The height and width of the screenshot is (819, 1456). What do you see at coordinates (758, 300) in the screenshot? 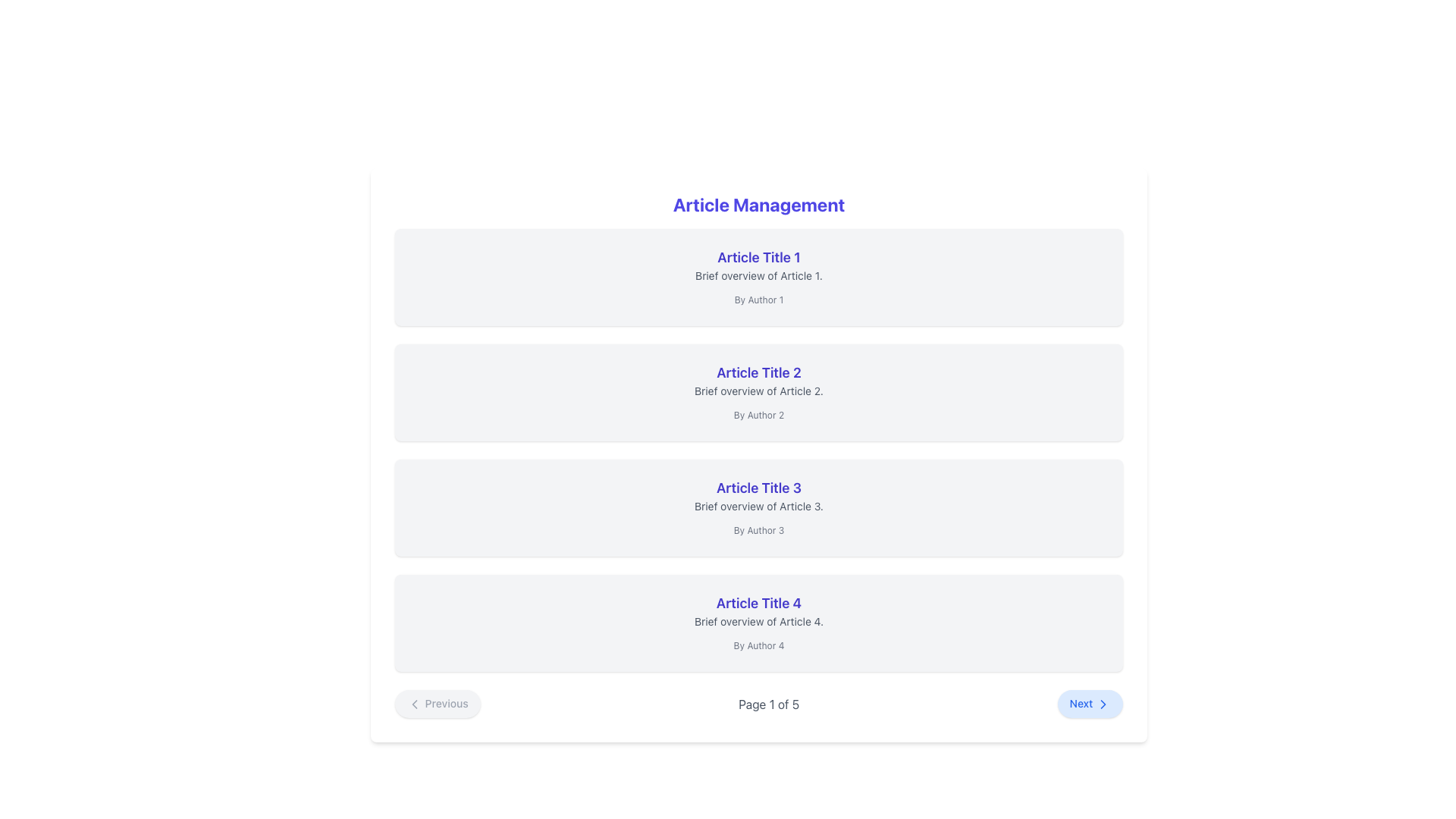
I see `the text label that reads 'By Author 1', which is styled in light gray and positioned beneath the description of 'Article Title 1'` at bounding box center [758, 300].